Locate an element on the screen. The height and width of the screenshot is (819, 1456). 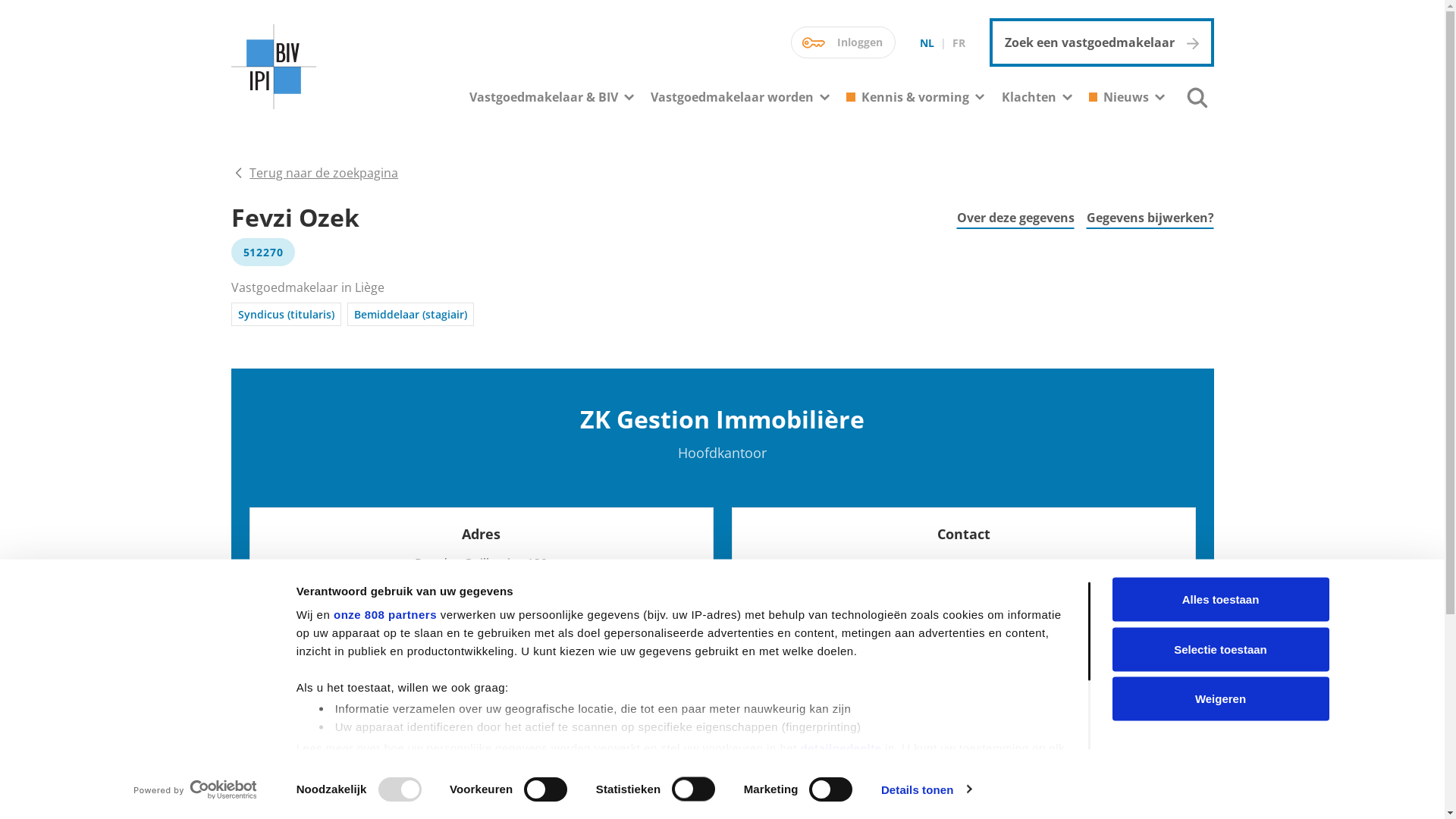
'onze 808 partners' is located at coordinates (385, 614).